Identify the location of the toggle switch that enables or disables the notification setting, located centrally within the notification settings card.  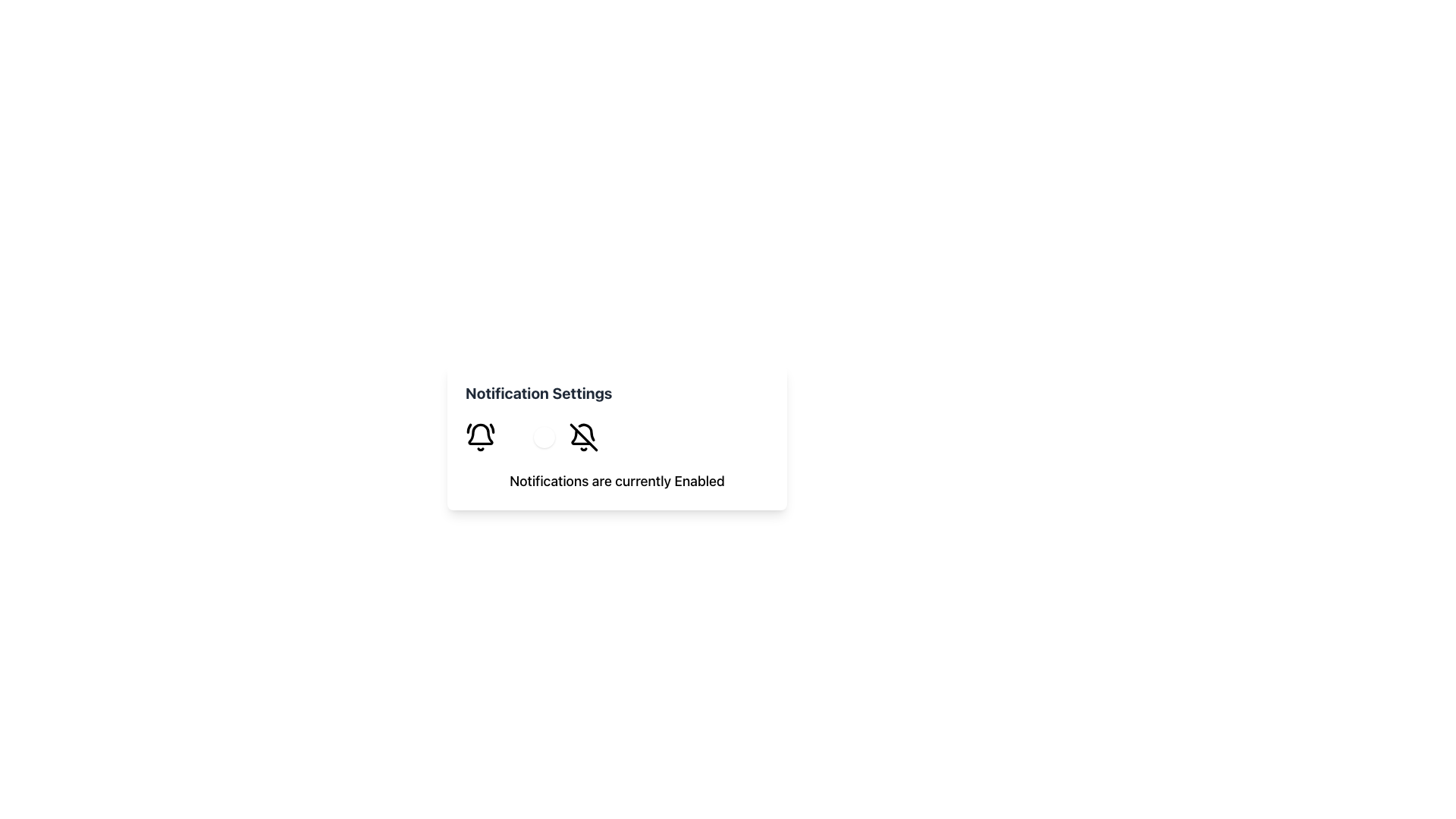
(532, 438).